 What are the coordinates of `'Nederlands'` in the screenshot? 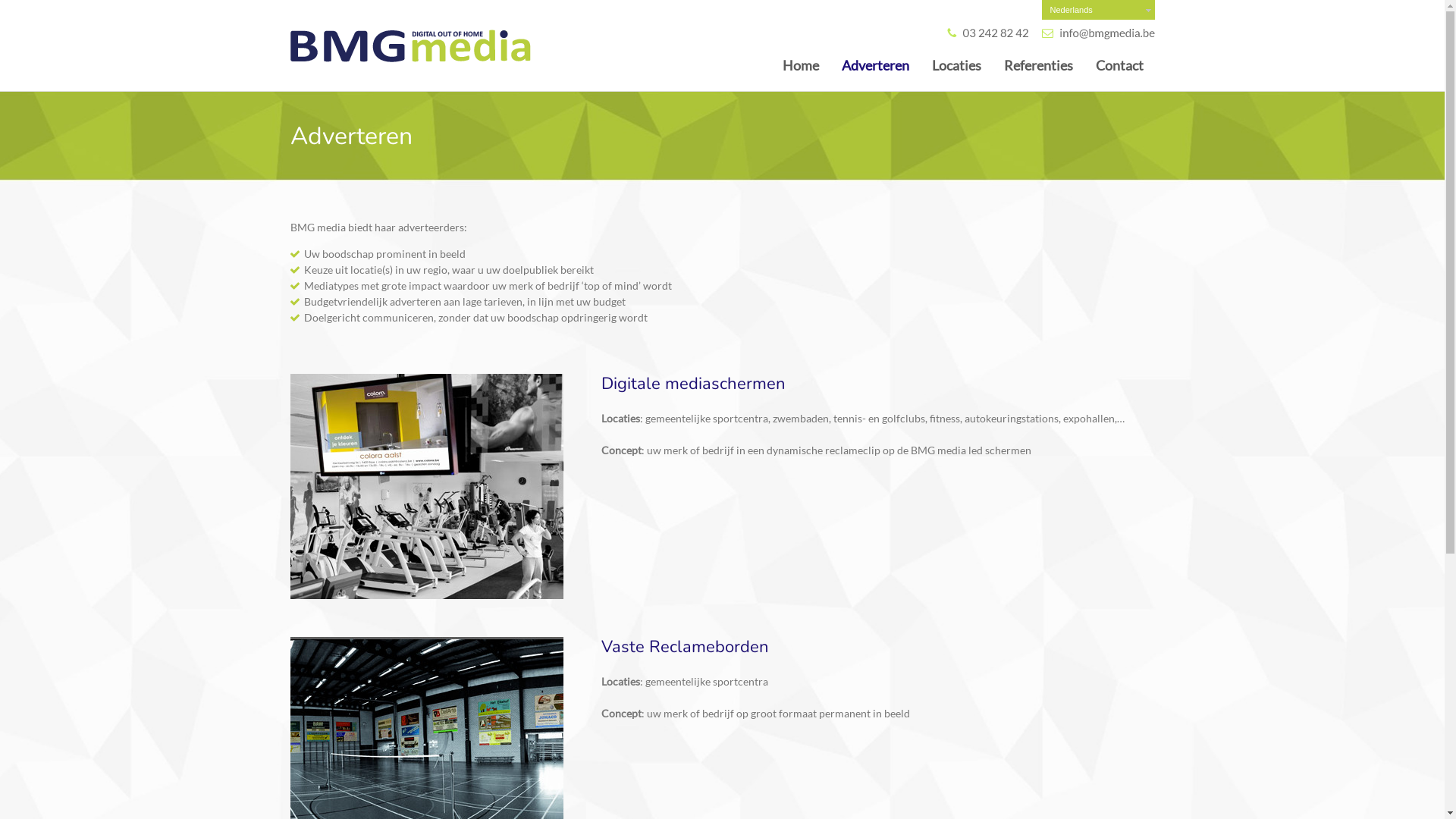 It's located at (1040, 9).